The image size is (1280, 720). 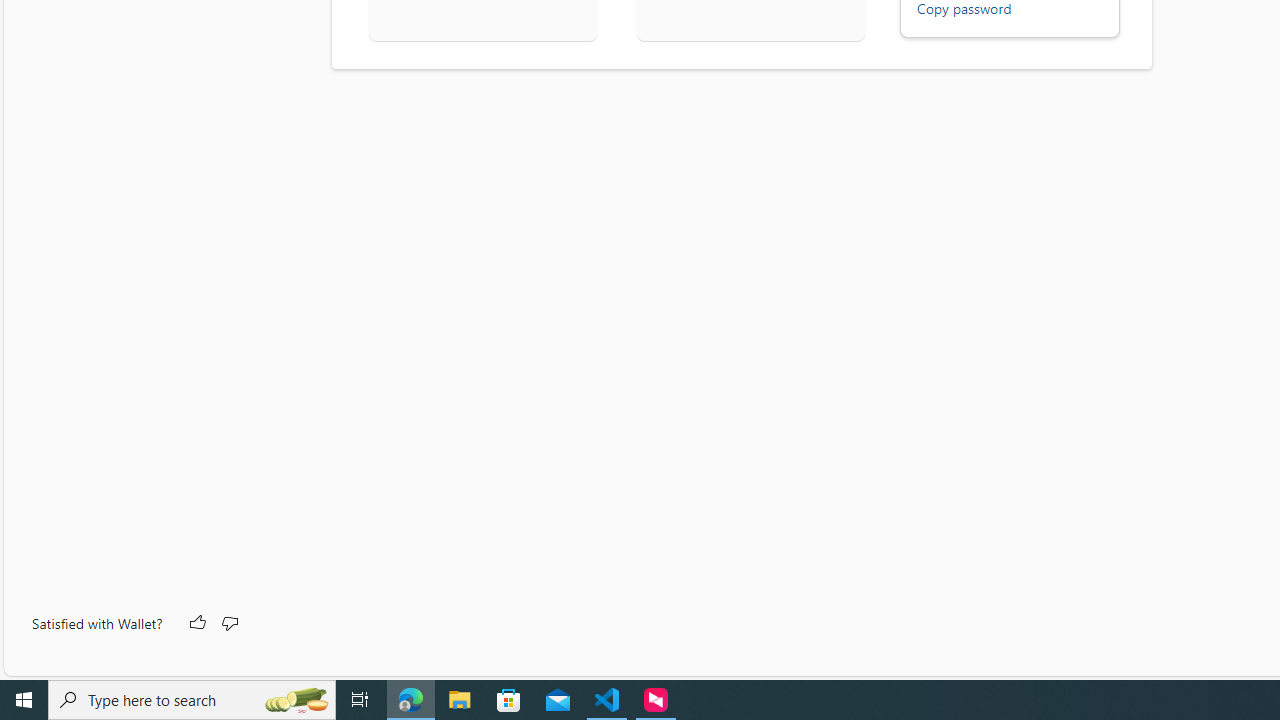 What do you see at coordinates (606, 698) in the screenshot?
I see `'Visual Studio Code - 1 running window'` at bounding box center [606, 698].